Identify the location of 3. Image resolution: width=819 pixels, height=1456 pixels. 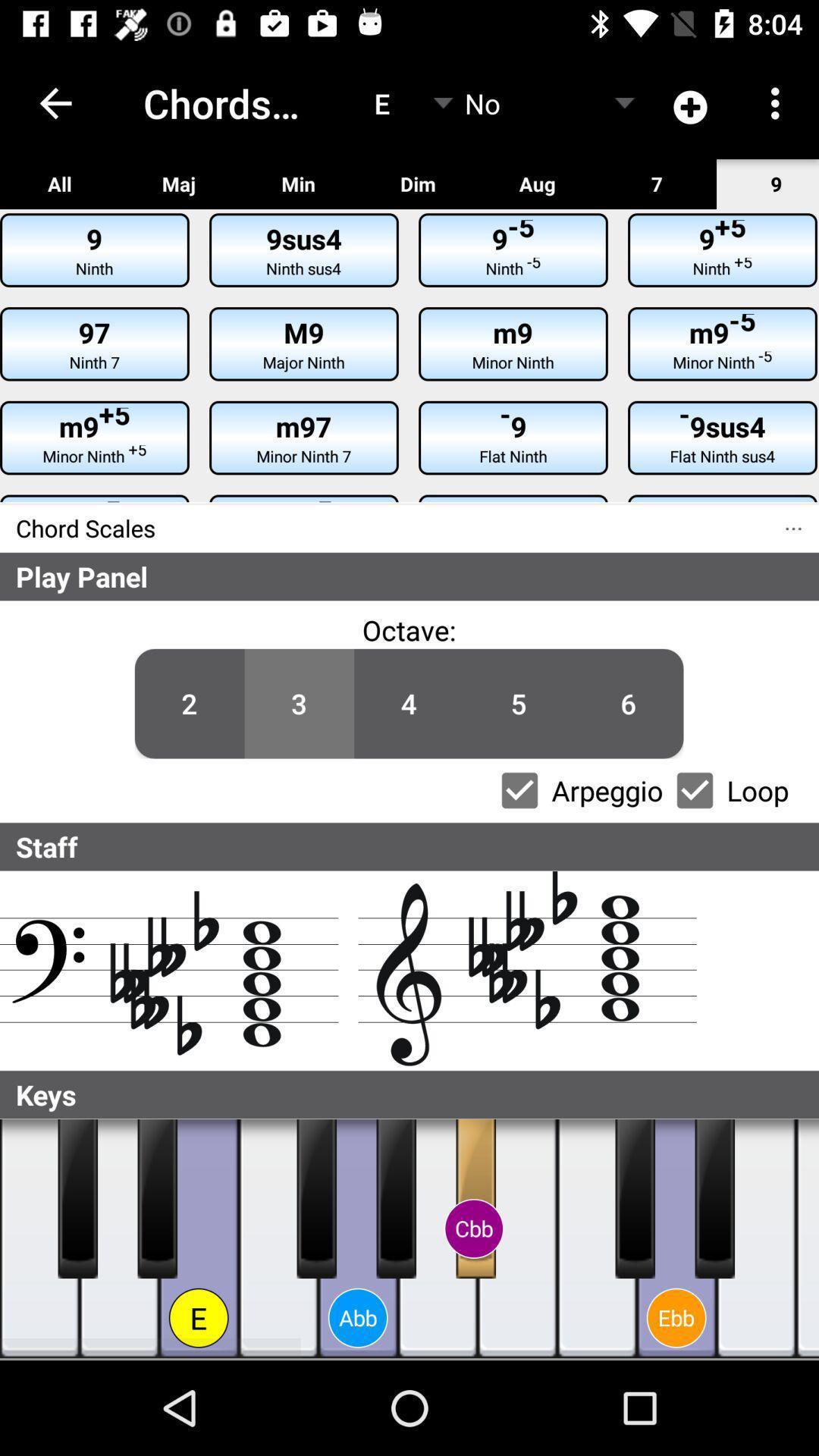
(299, 703).